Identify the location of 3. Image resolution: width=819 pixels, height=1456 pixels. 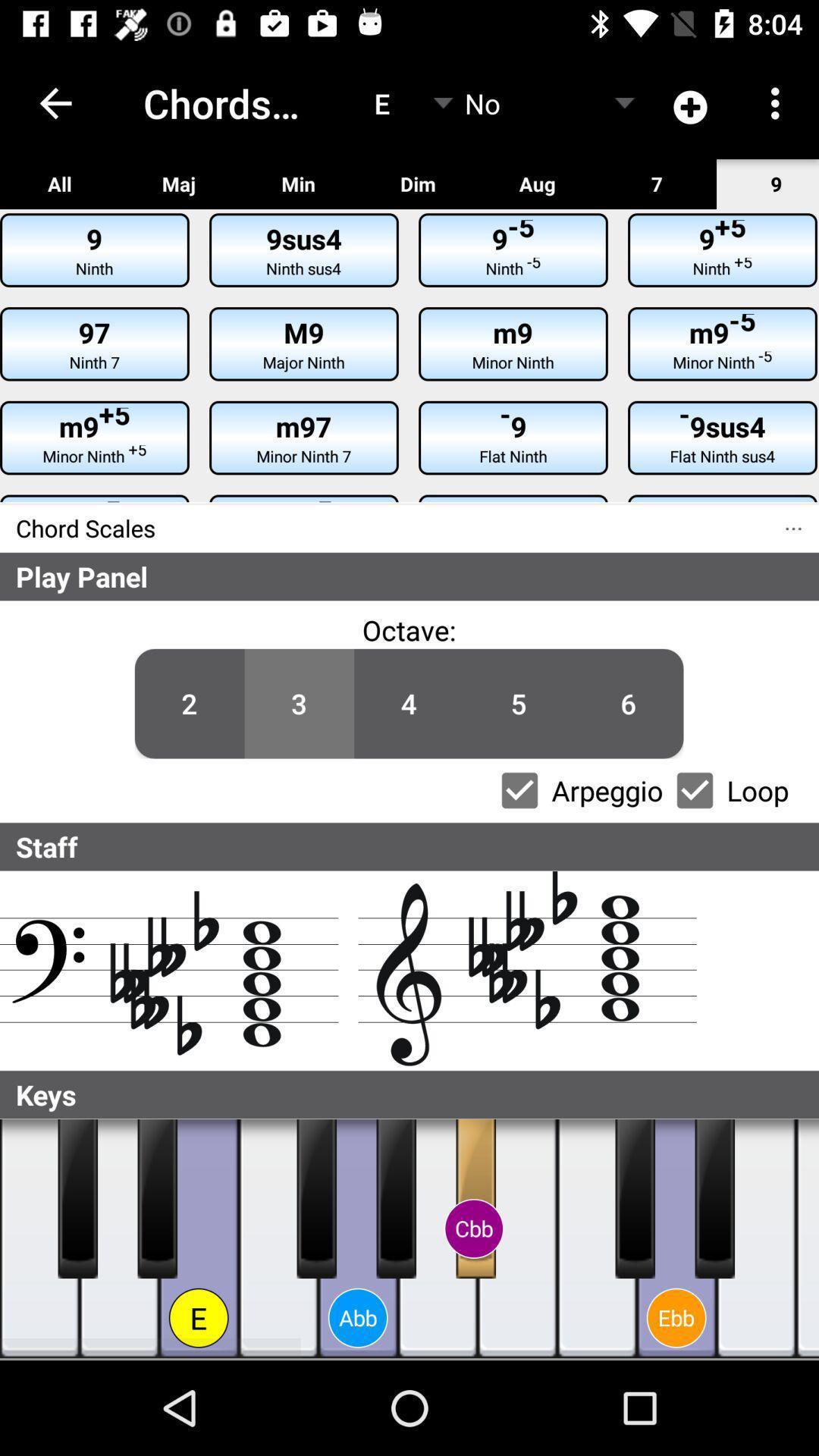
(299, 703).